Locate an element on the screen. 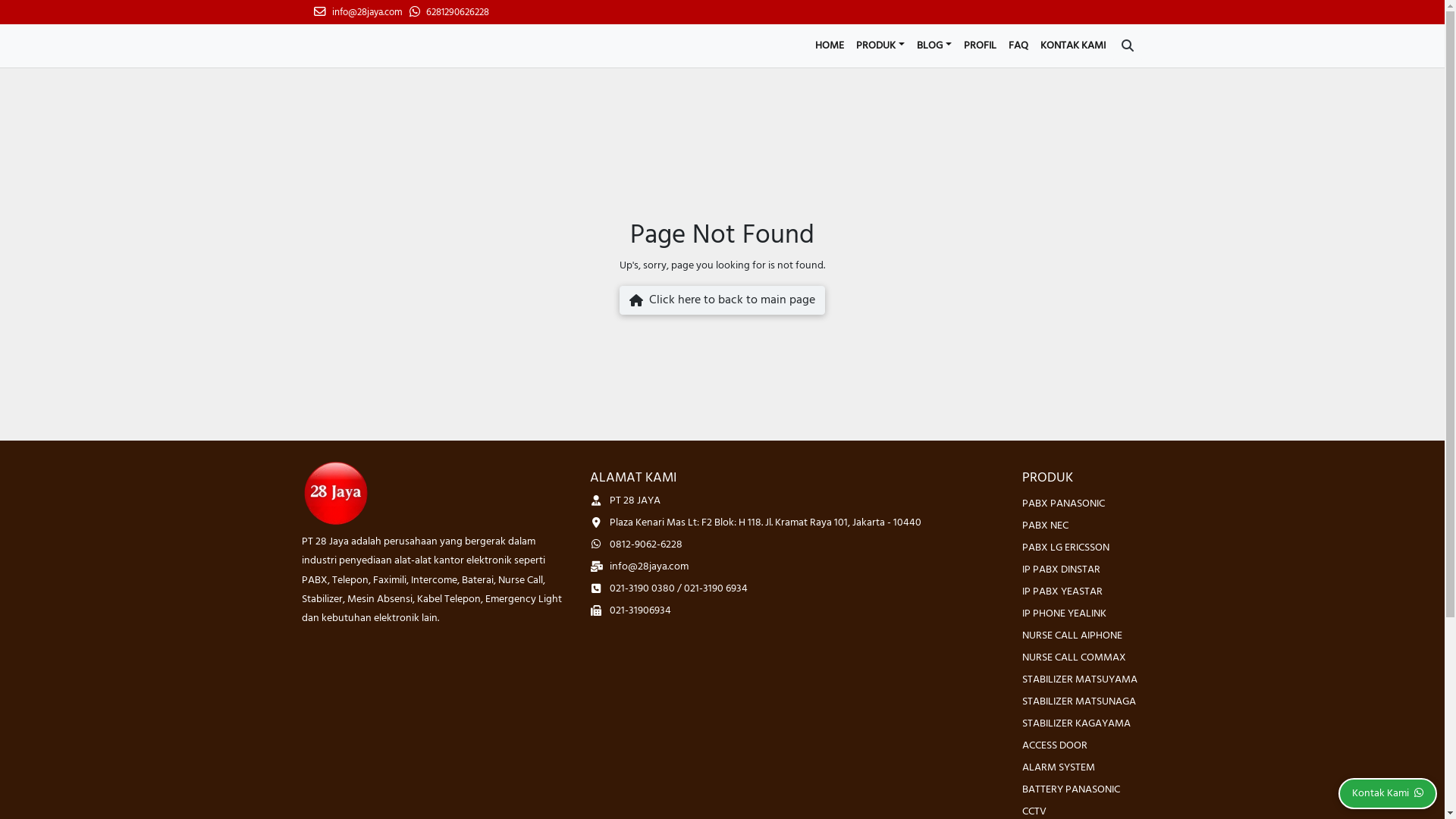 This screenshot has width=1456, height=819. 'IP PABX YEASTAR' is located at coordinates (1022, 591).